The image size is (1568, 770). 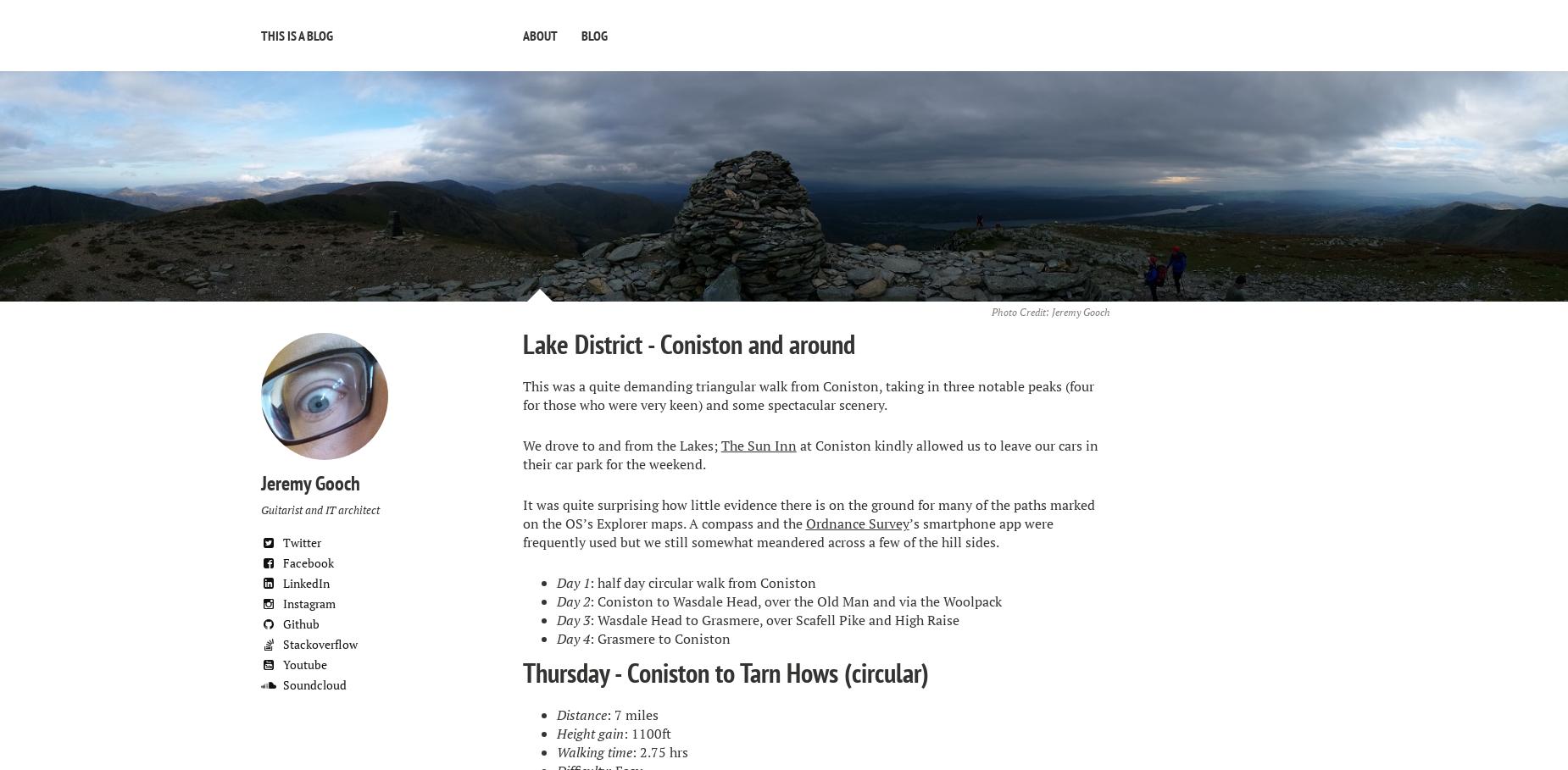 I want to click on 'We drove to and from the Lakes;', so click(x=620, y=446).